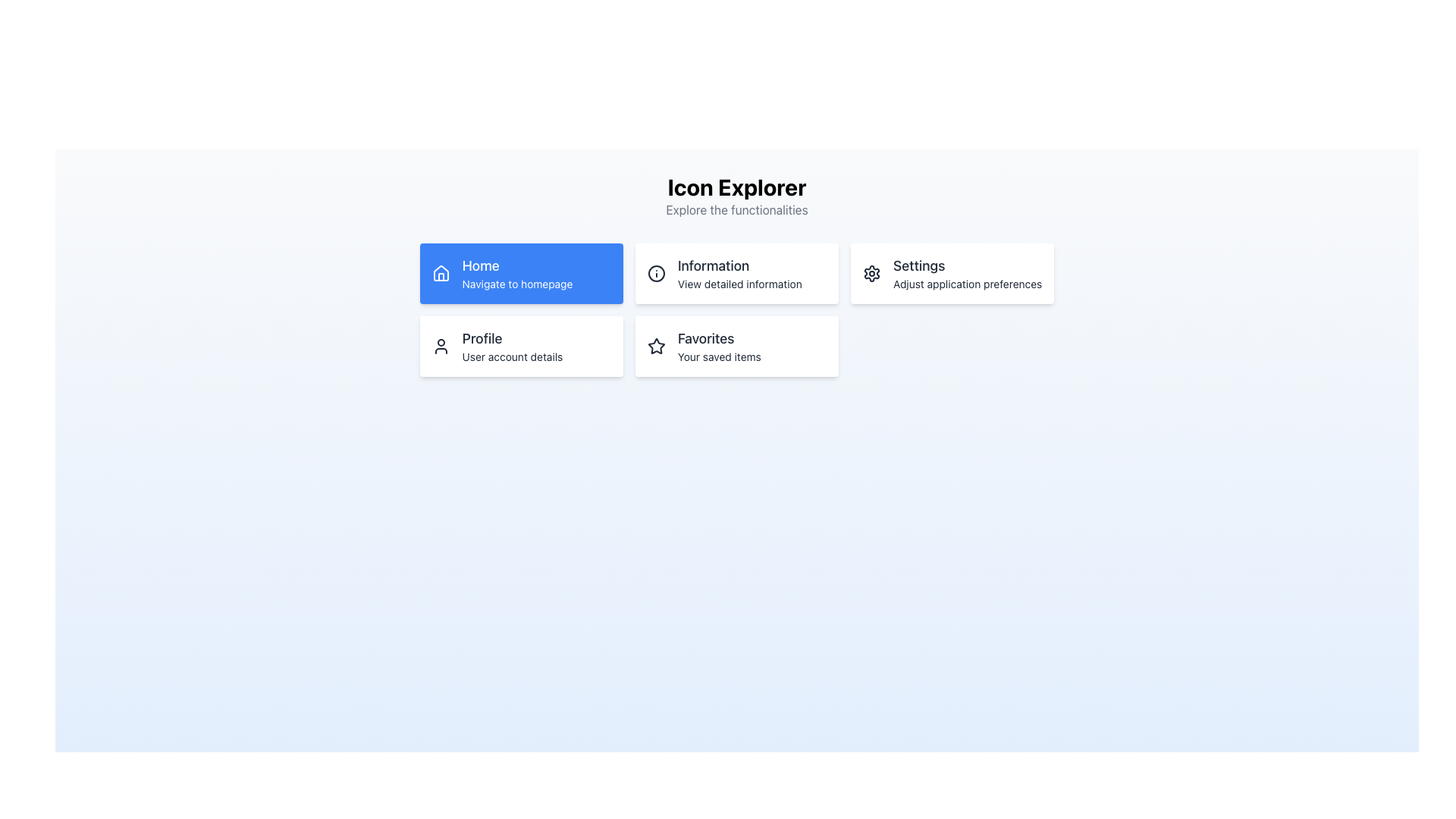 The image size is (1456, 819). Describe the element at coordinates (967, 274) in the screenshot. I see `the Text Label that describes the 'Settings' option, located on the right-most side of the interface in the second row of options, adjacent to a gear icon` at that location.